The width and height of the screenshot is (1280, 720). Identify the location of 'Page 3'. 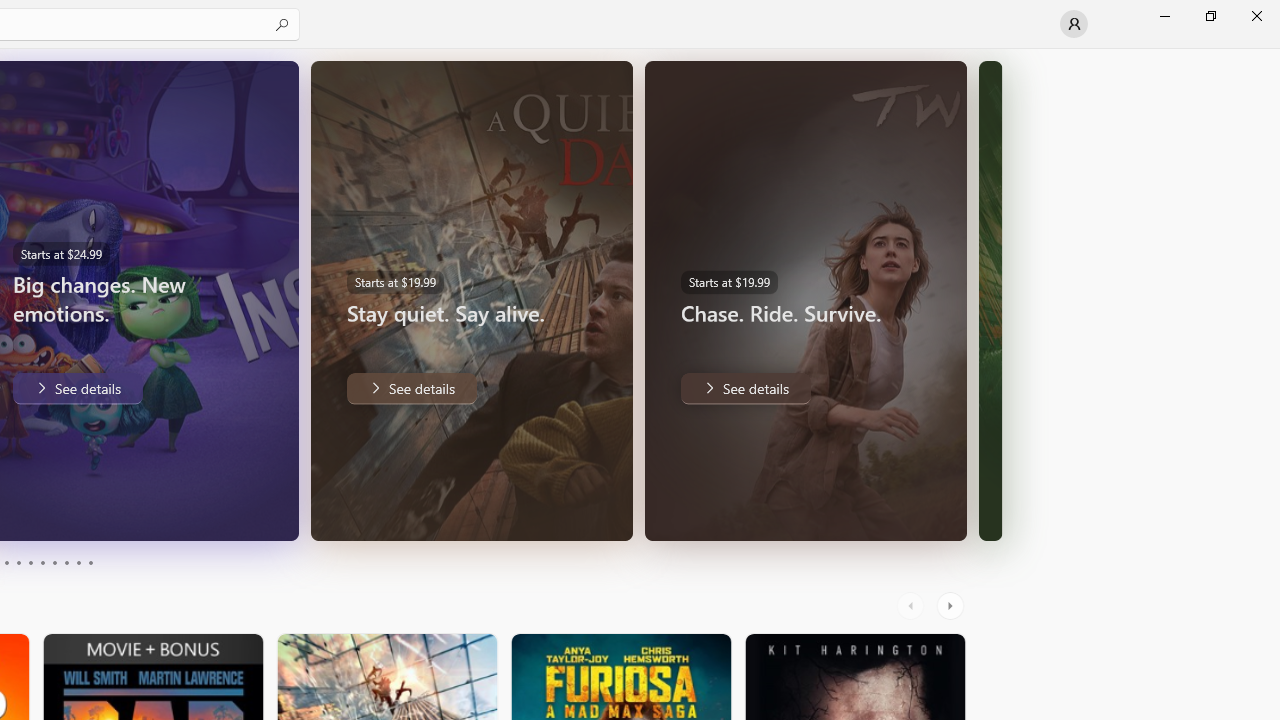
(5, 563).